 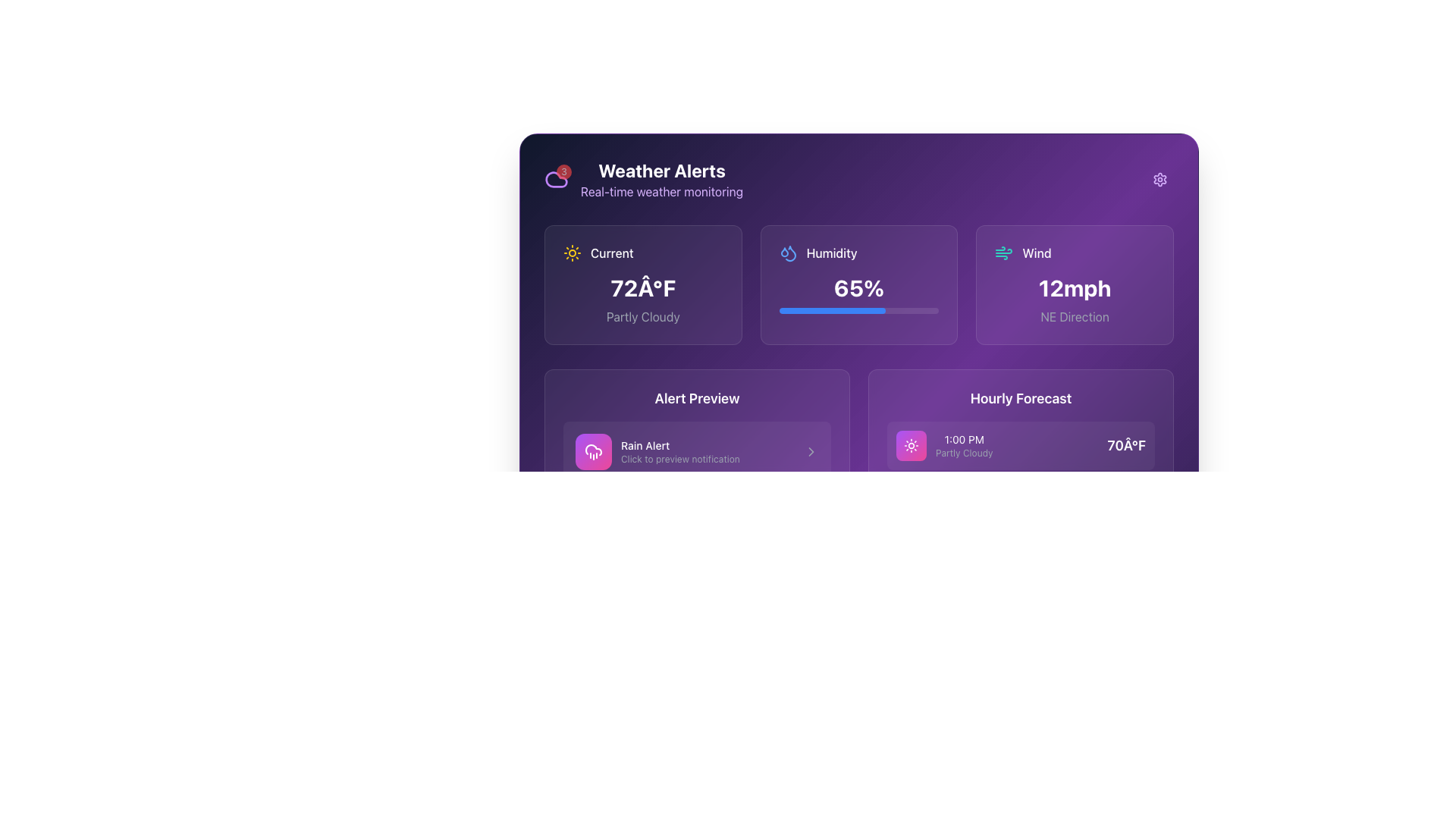 What do you see at coordinates (858, 284) in the screenshot?
I see `the Information card that displays the current humidity level as a percentage, positioned in the middle of a 3-column layout grid` at bounding box center [858, 284].